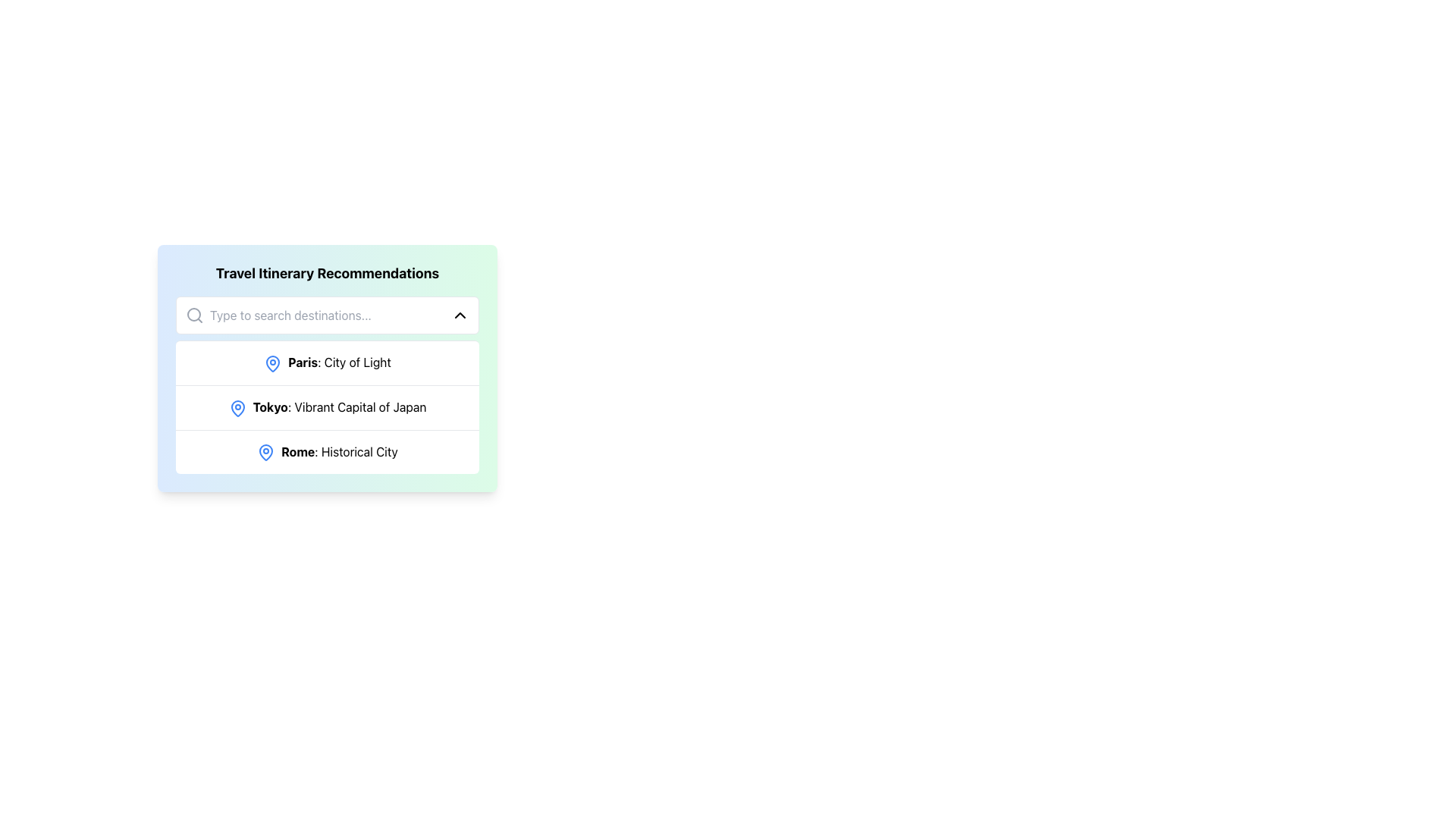 The image size is (1456, 819). What do you see at coordinates (237, 407) in the screenshot?
I see `the pin icon representing the geographic location for 'Tokyo: Vibrant Capital of Japan', which is the second item in the travel itinerary recommendations list` at bounding box center [237, 407].